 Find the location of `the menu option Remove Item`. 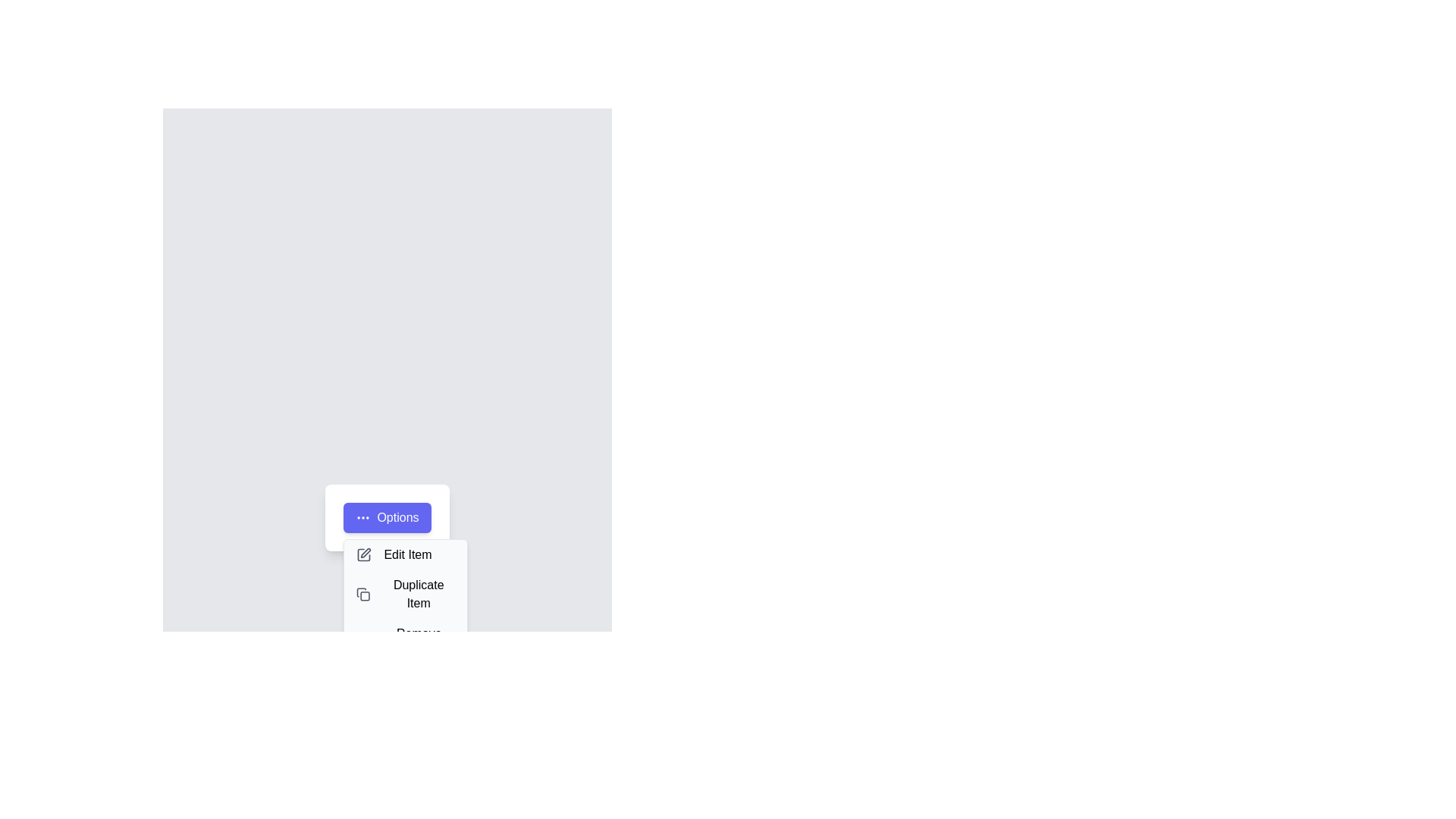

the menu option Remove Item is located at coordinates (405, 643).